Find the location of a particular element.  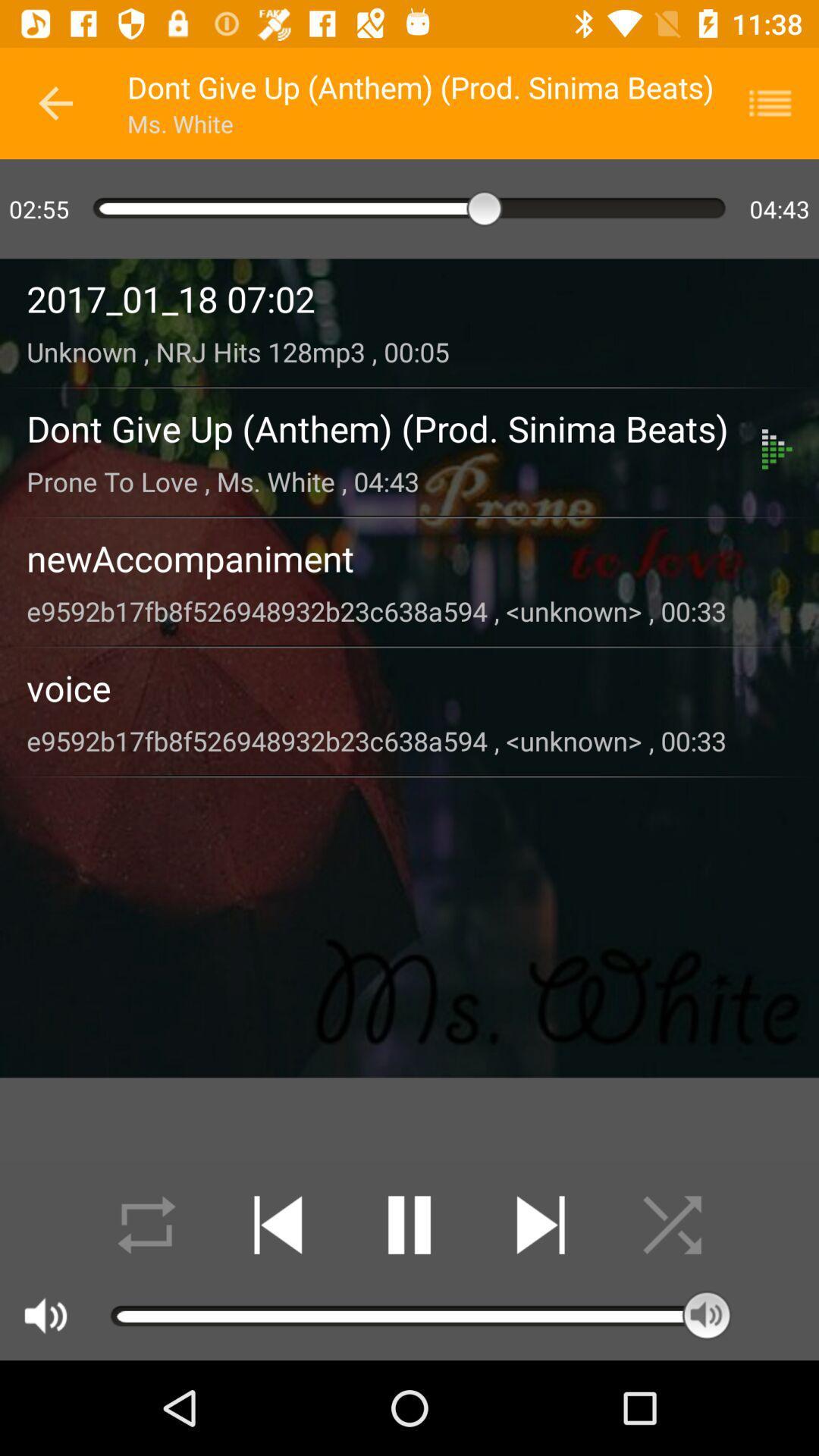

the item next to the dont give up is located at coordinates (55, 102).